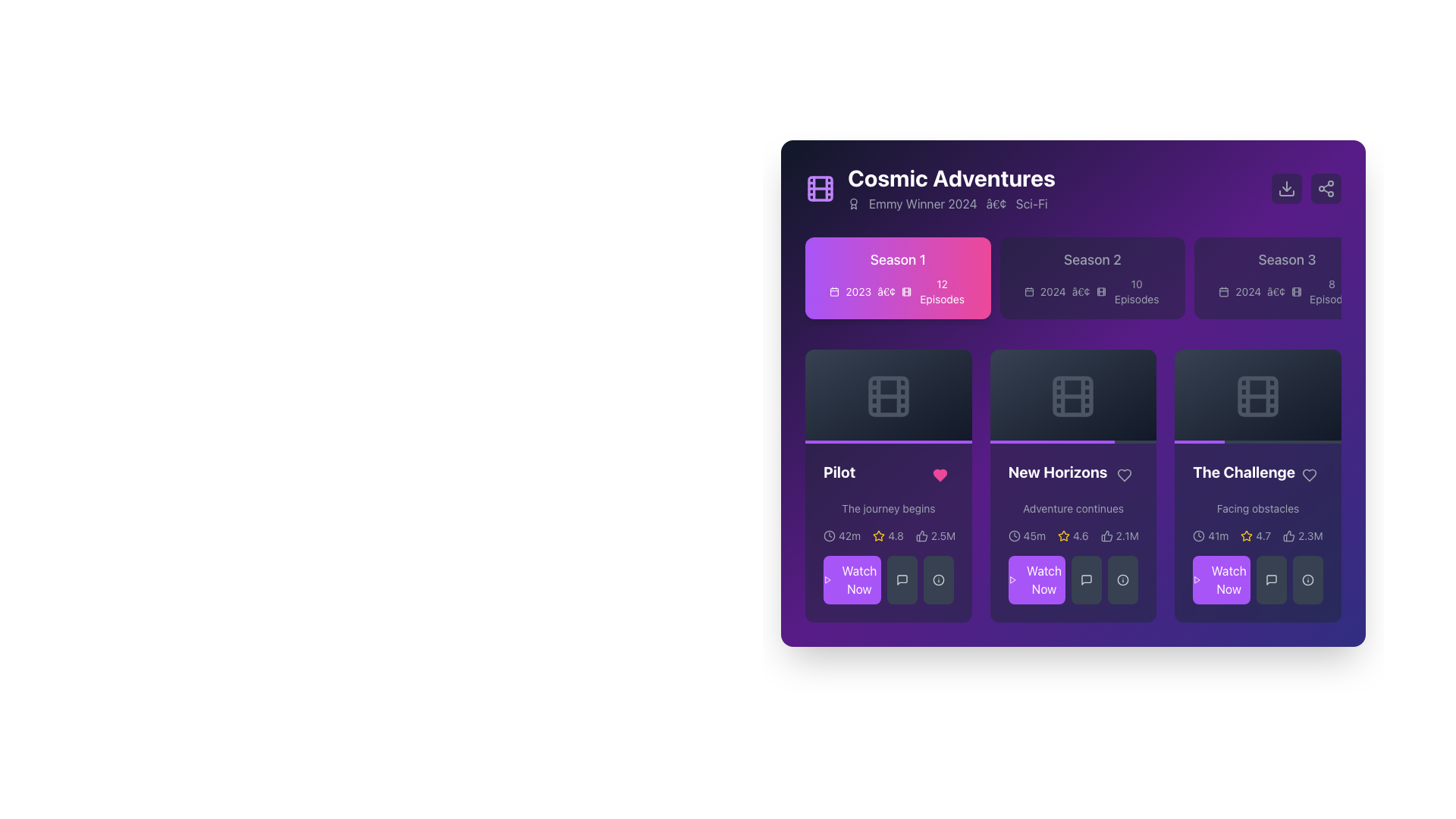  I want to click on the central rectangular component of the filmstrip icon located in the upper region of the 'Pilot' card, below 'Season 1' in the 'Cosmic Adventures' display, so click(888, 395).